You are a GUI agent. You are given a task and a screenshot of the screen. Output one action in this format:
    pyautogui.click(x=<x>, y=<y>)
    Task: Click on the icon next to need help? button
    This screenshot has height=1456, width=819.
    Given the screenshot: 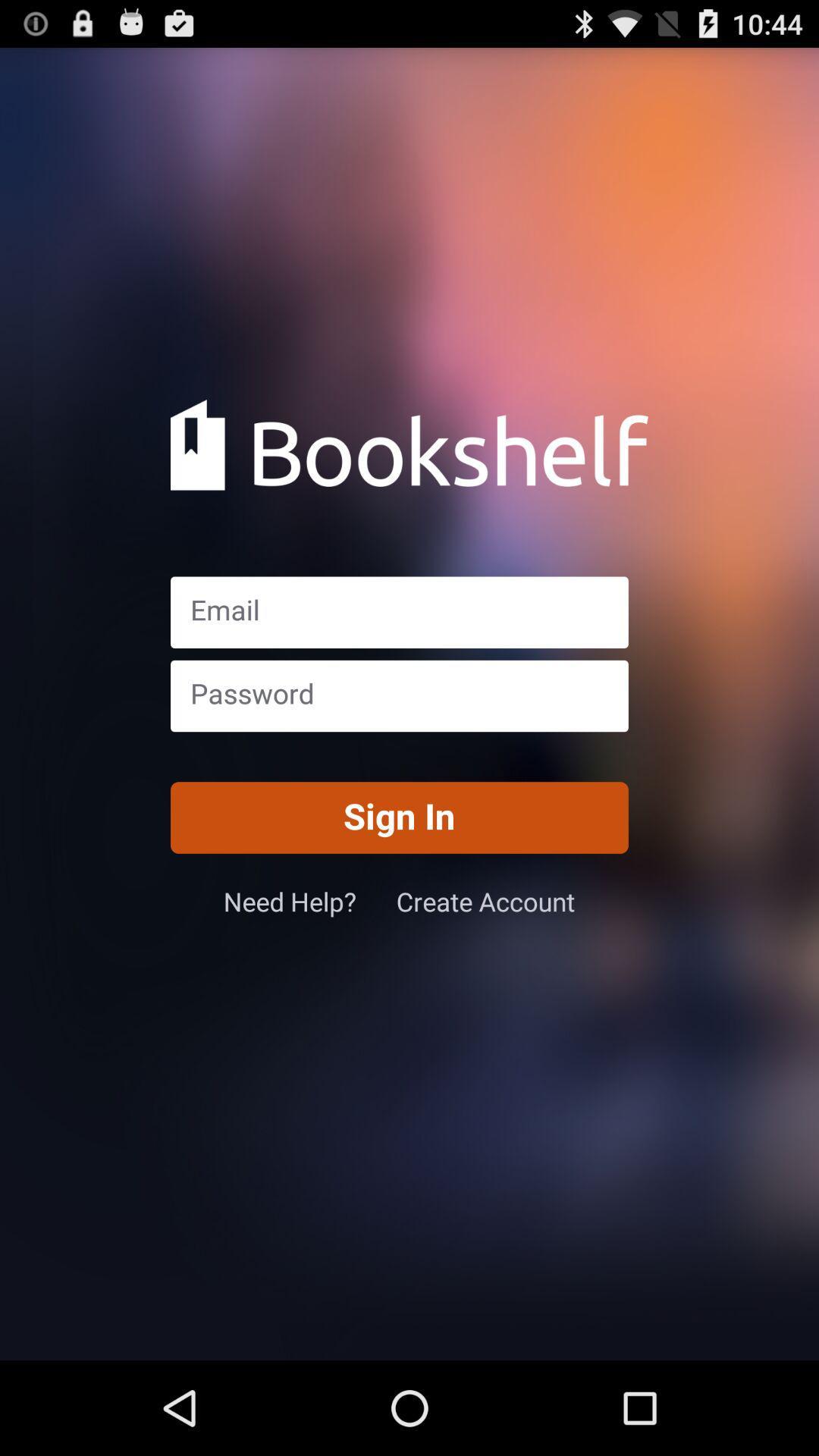 What is the action you would take?
    pyautogui.click(x=485, y=901)
    